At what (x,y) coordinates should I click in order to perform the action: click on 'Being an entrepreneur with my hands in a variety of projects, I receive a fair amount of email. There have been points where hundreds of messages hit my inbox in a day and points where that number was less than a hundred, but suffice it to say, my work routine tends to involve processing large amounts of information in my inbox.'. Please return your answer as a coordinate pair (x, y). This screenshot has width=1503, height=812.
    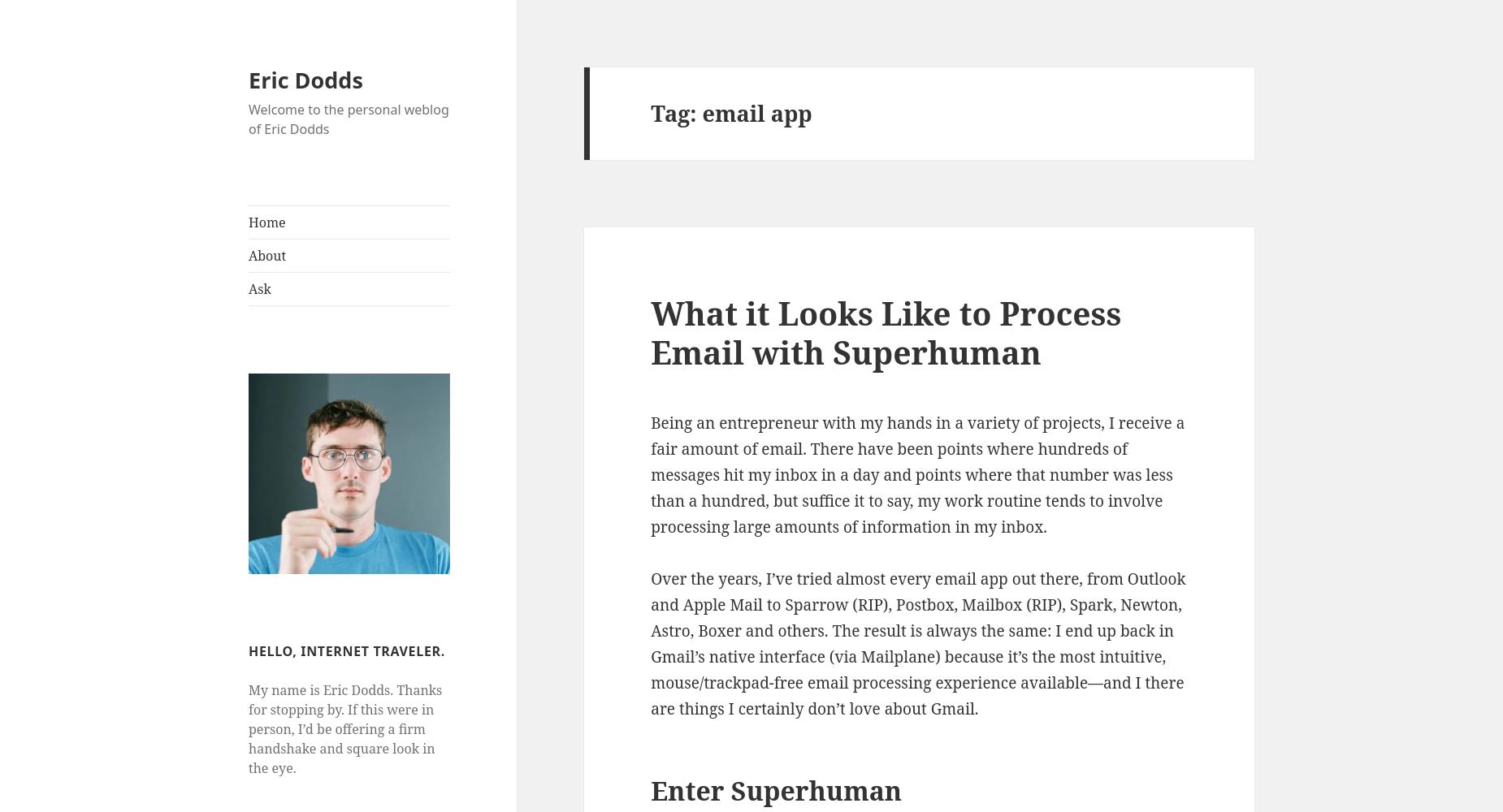
    Looking at the image, I should click on (916, 473).